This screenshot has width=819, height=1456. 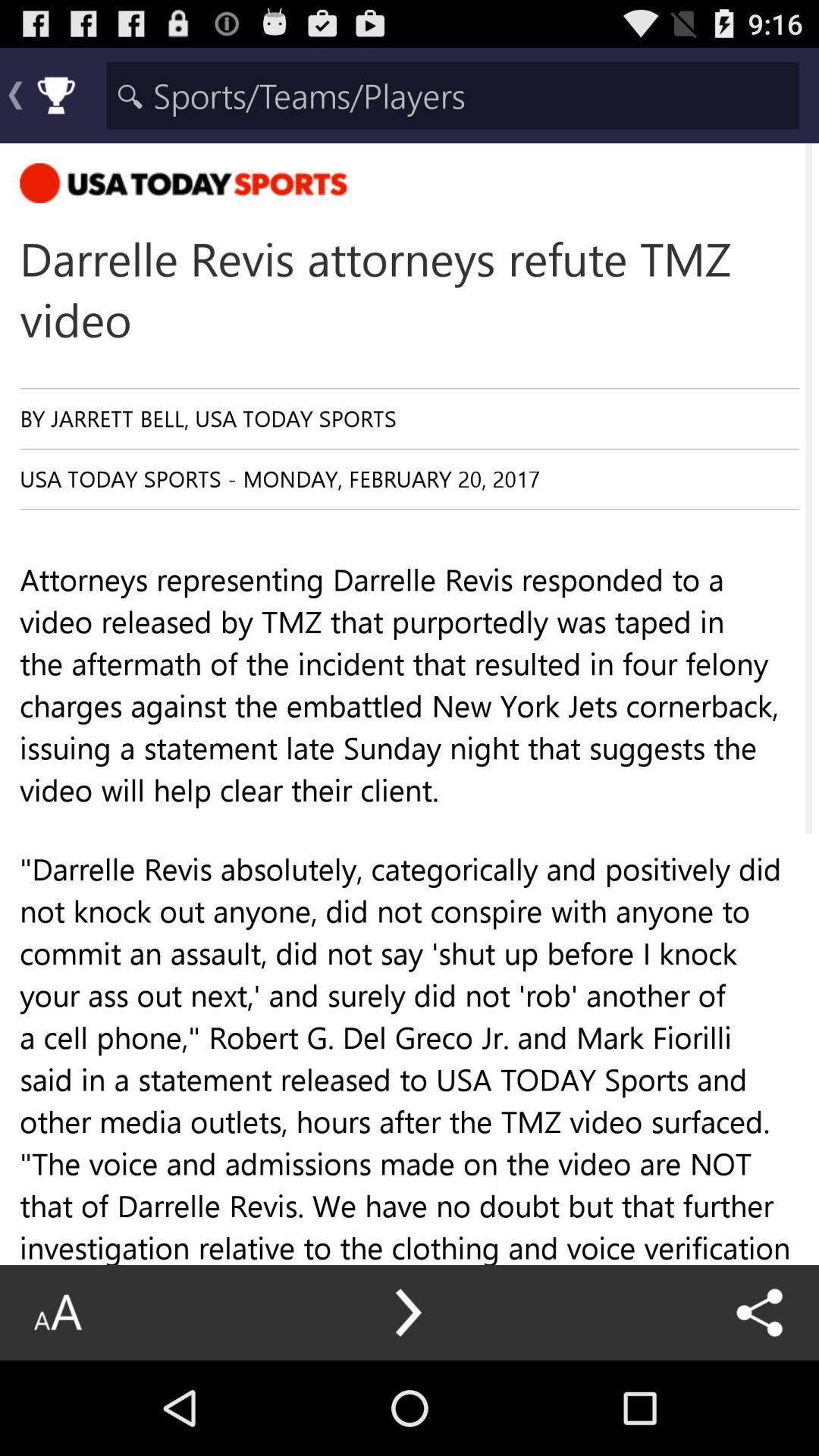 What do you see at coordinates (57, 1312) in the screenshot?
I see `the icon at the bottom left corner` at bounding box center [57, 1312].